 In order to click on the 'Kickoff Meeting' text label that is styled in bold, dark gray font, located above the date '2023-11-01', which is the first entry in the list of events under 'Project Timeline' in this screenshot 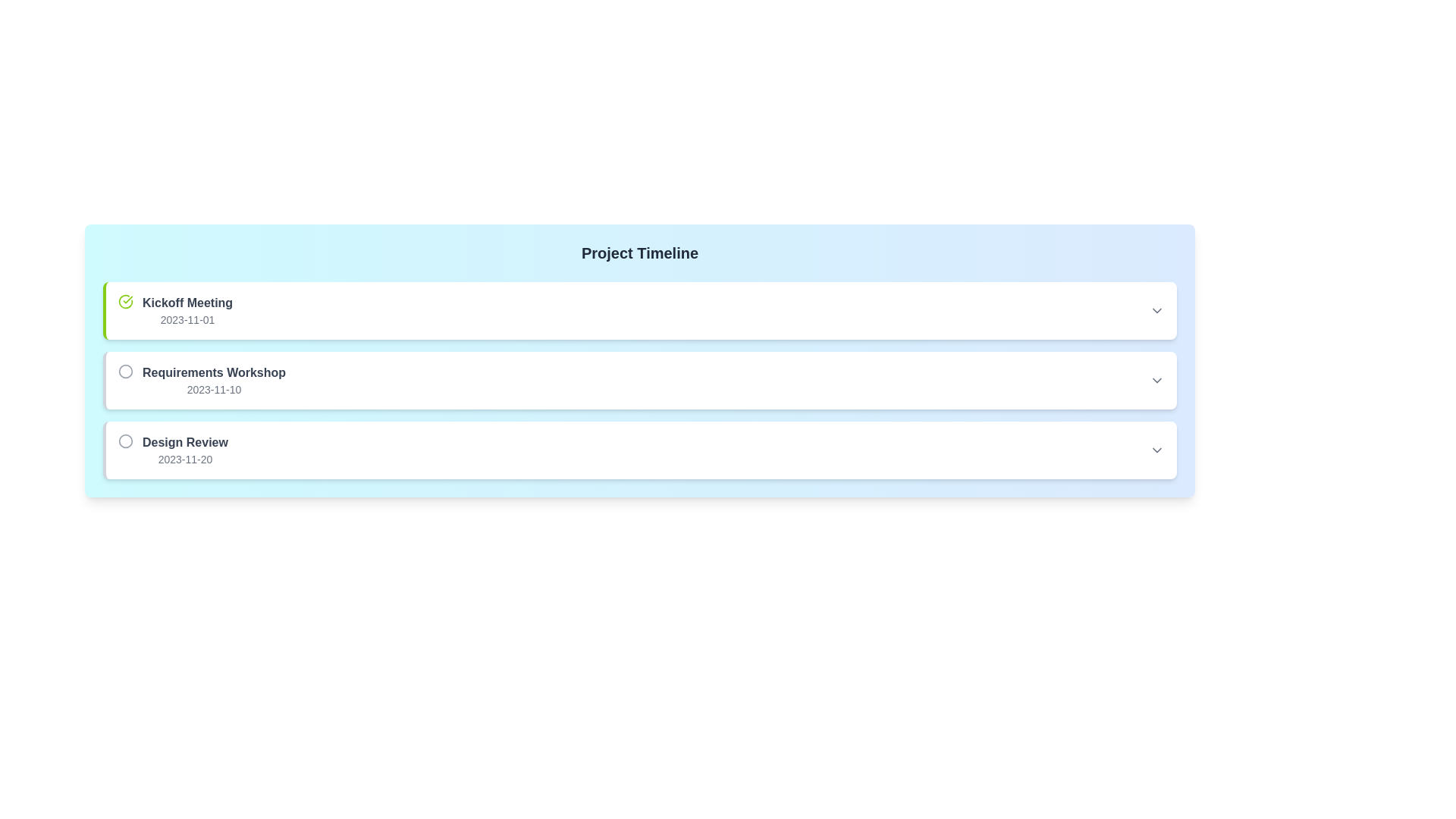, I will do `click(187, 309)`.